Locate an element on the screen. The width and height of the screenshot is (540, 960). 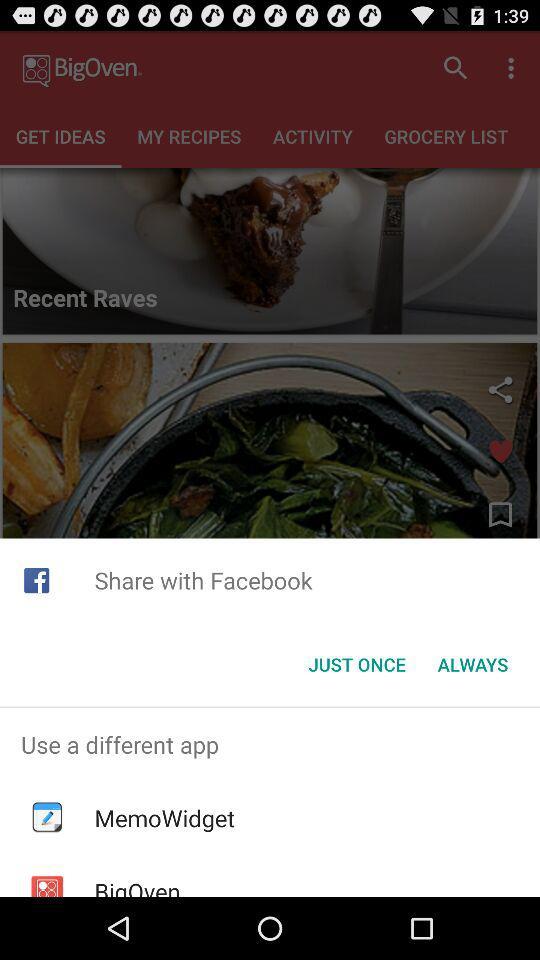
the memowidget is located at coordinates (163, 818).